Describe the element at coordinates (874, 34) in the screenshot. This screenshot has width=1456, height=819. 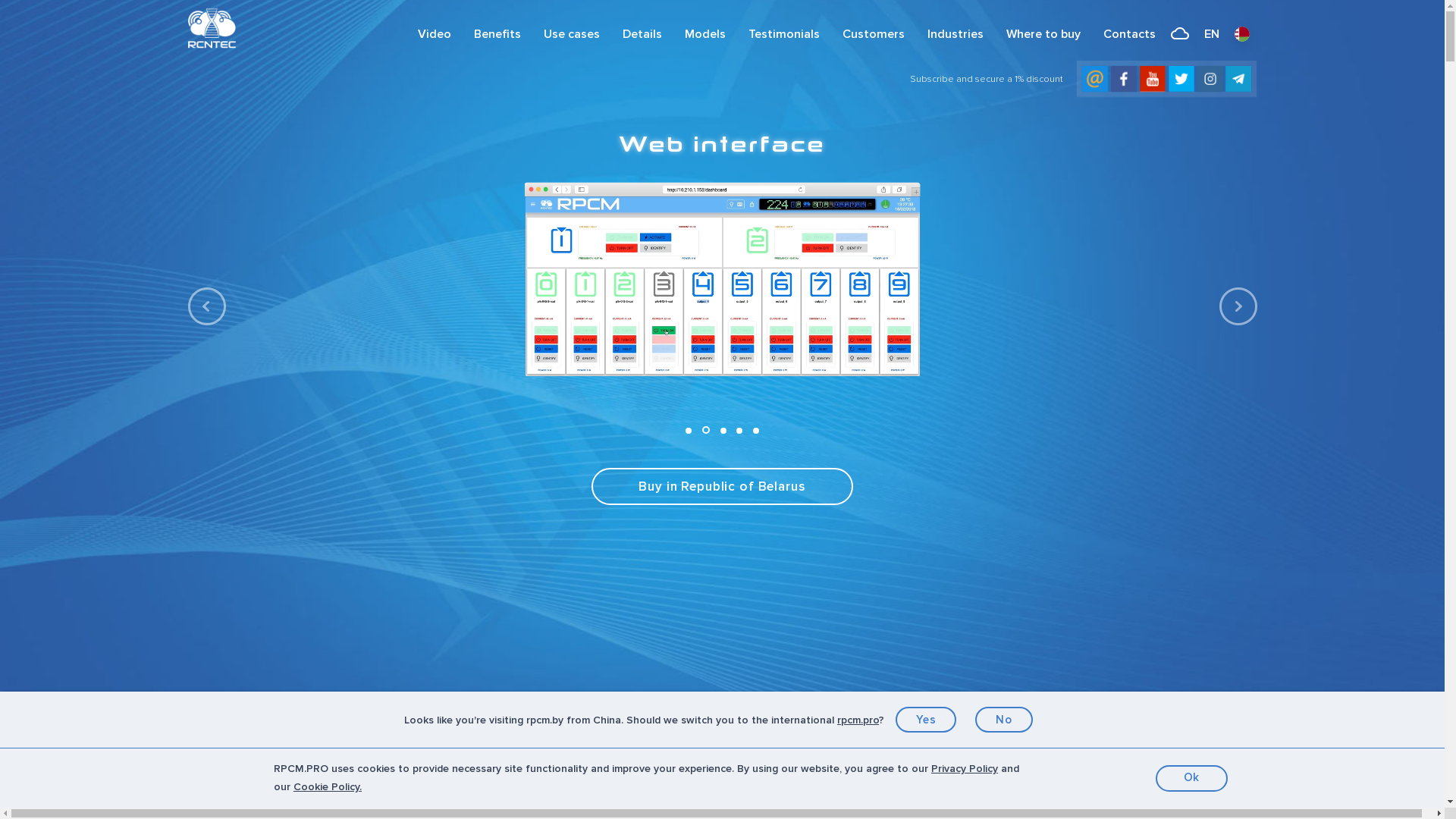
I see `'Customers'` at that location.